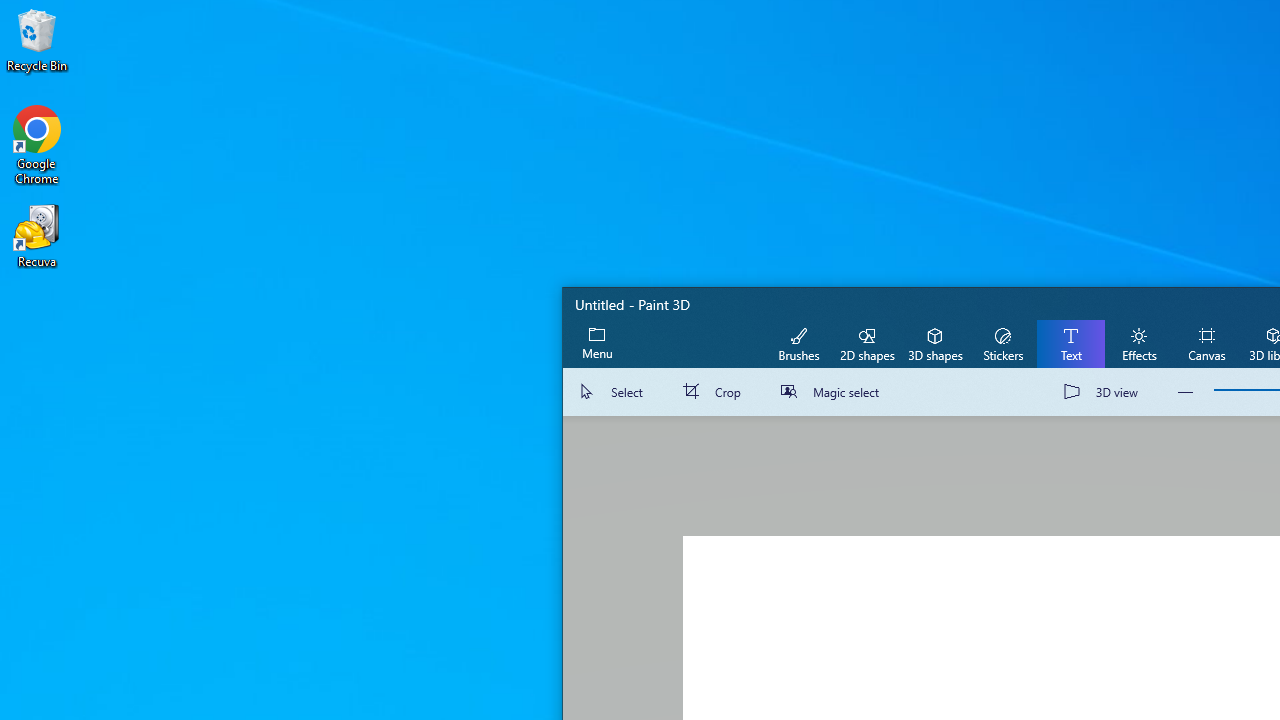 The image size is (1280, 720). I want to click on 'Effects', so click(1138, 342).